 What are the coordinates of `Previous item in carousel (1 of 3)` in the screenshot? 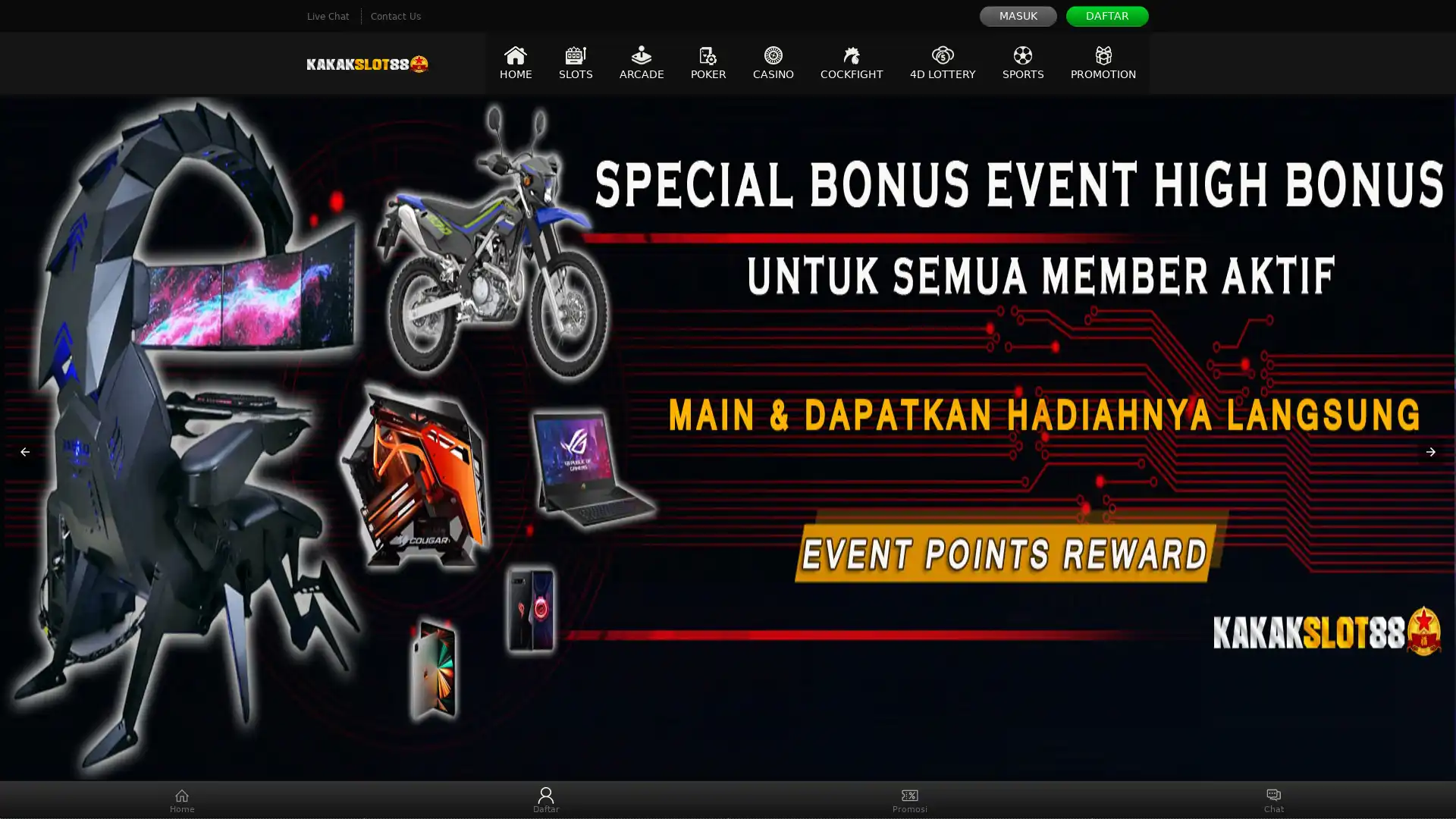 It's located at (25, 452).